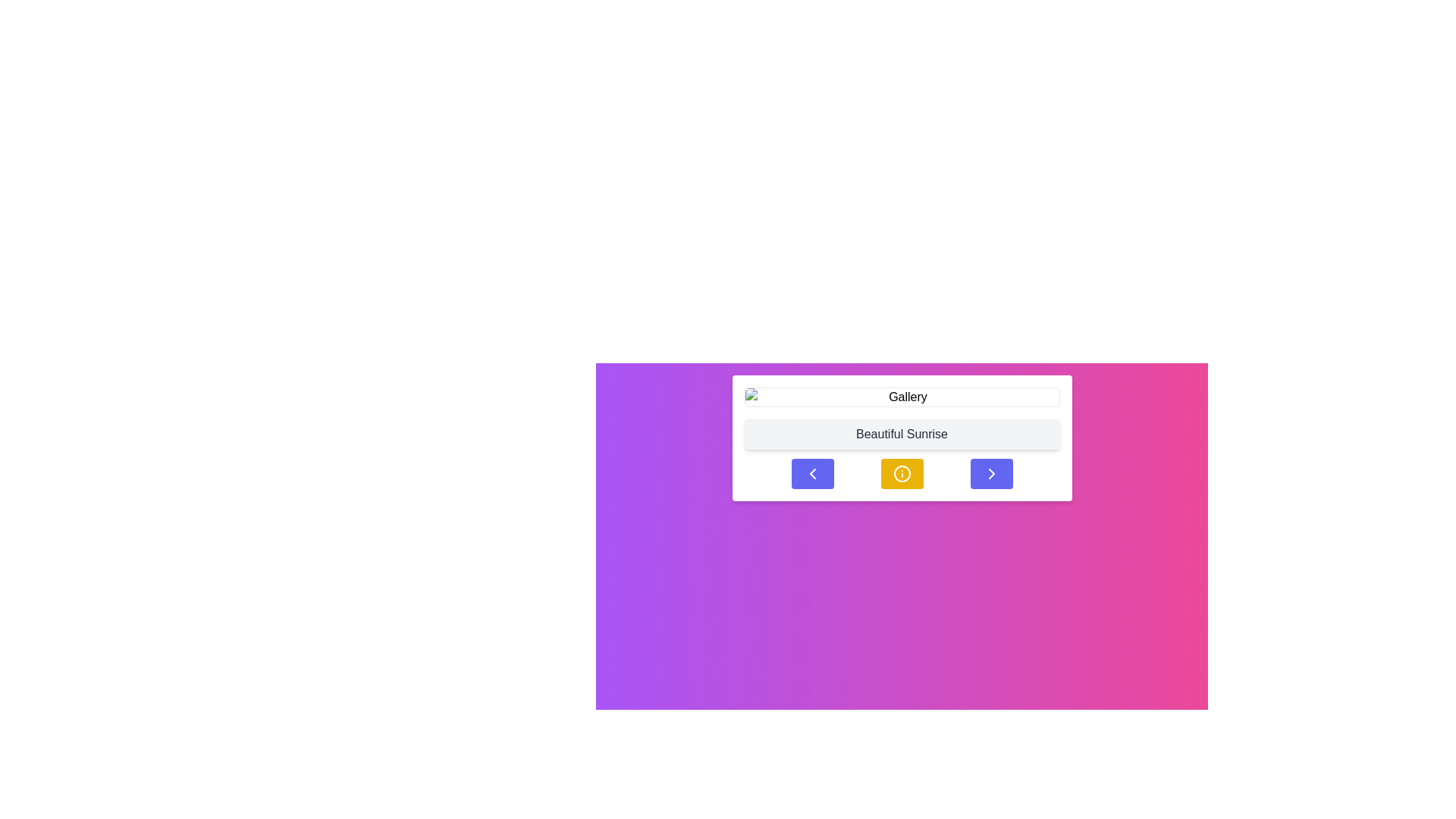 The image size is (1456, 819). Describe the element at coordinates (902, 435) in the screenshot. I see `the text display element that shows the phrase 'Beautiful Sunrise', which is styled with a darker gray tone and is located below the 'Gallery' image placeholder` at that location.